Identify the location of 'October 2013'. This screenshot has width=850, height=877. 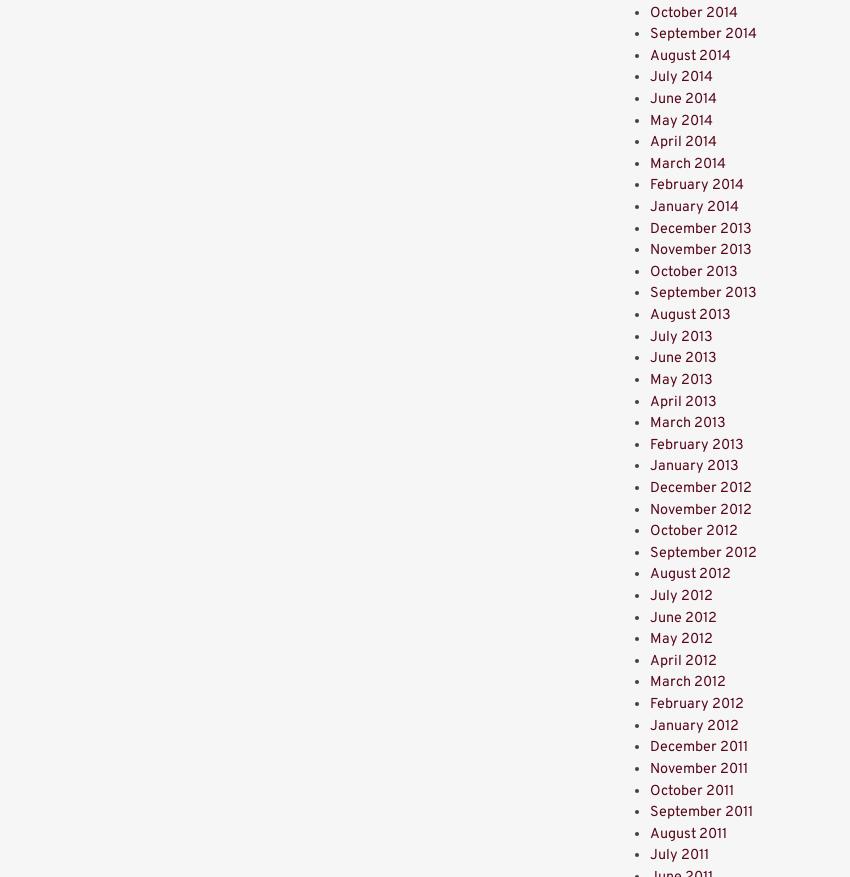
(693, 271).